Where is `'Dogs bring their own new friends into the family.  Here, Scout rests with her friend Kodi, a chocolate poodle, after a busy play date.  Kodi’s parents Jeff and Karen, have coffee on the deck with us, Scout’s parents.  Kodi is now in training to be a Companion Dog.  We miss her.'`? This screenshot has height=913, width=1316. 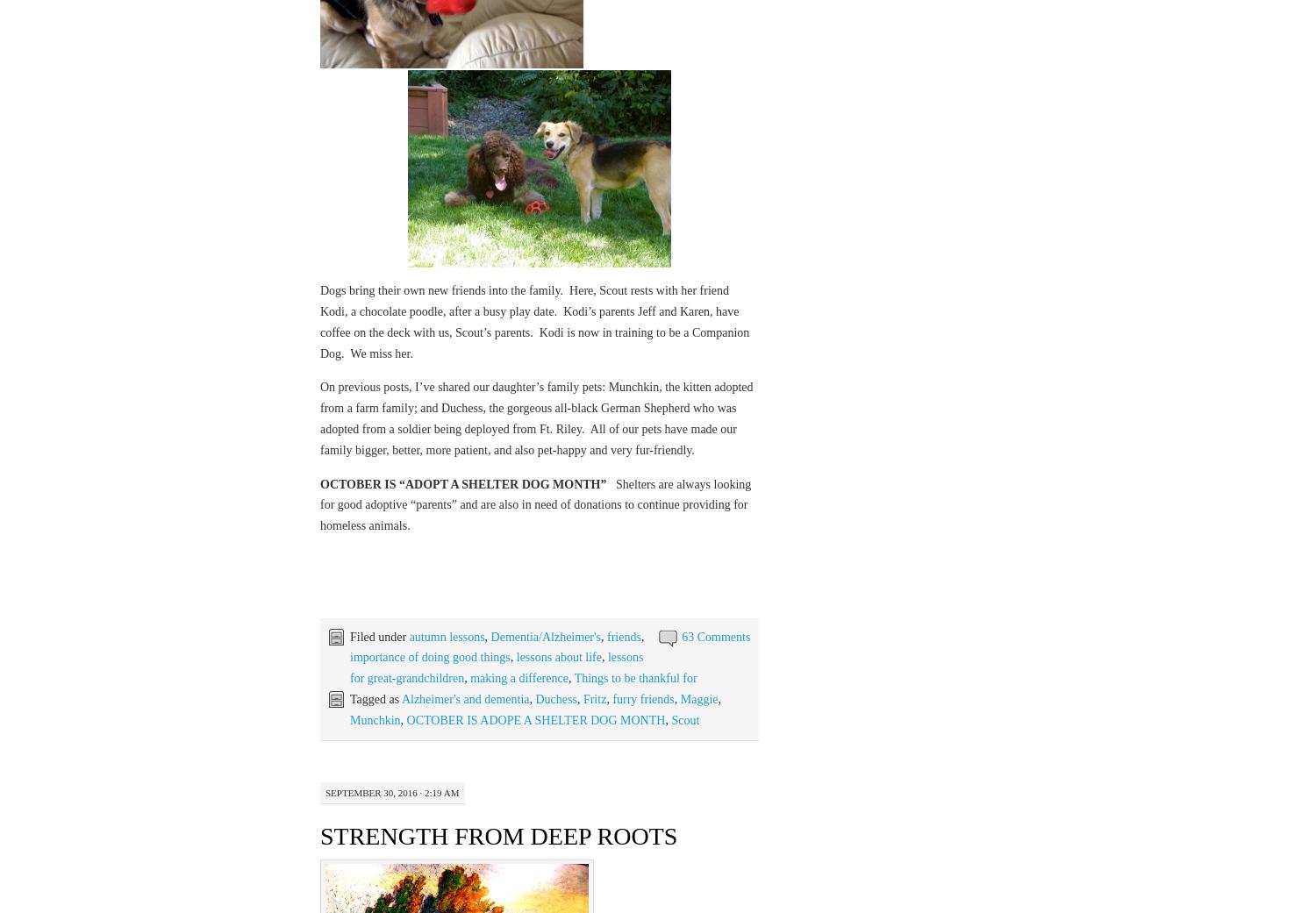 'Dogs bring their own new friends into the family.  Here, Scout rests with her friend Kodi, a chocolate poodle, after a busy play date.  Kodi’s parents Jeff and Karen, have coffee on the deck with us, Scout’s parents.  Kodi is now in training to be a Companion Dog.  We miss her.' is located at coordinates (533, 321).